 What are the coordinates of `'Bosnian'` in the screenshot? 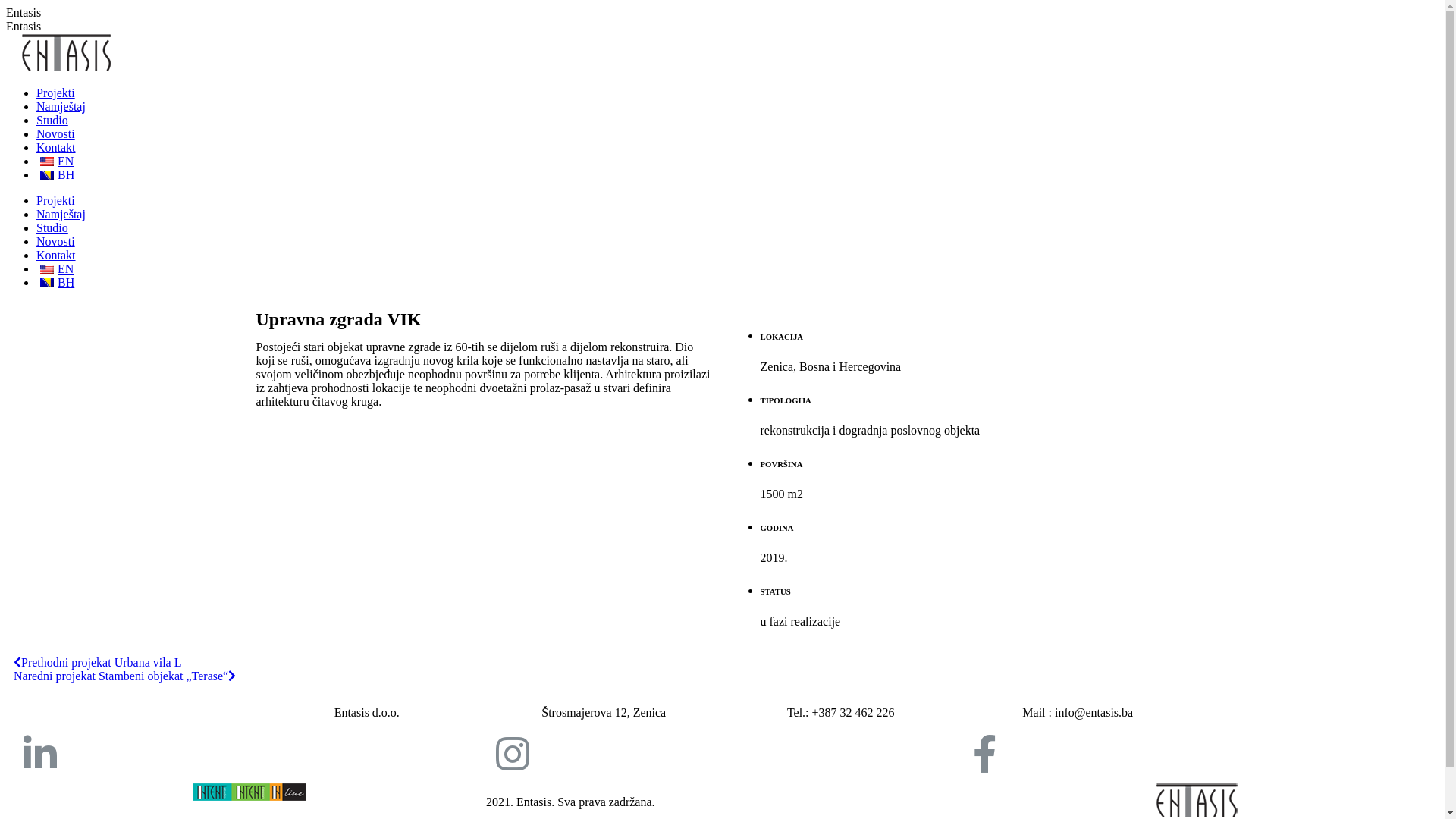 It's located at (47, 283).